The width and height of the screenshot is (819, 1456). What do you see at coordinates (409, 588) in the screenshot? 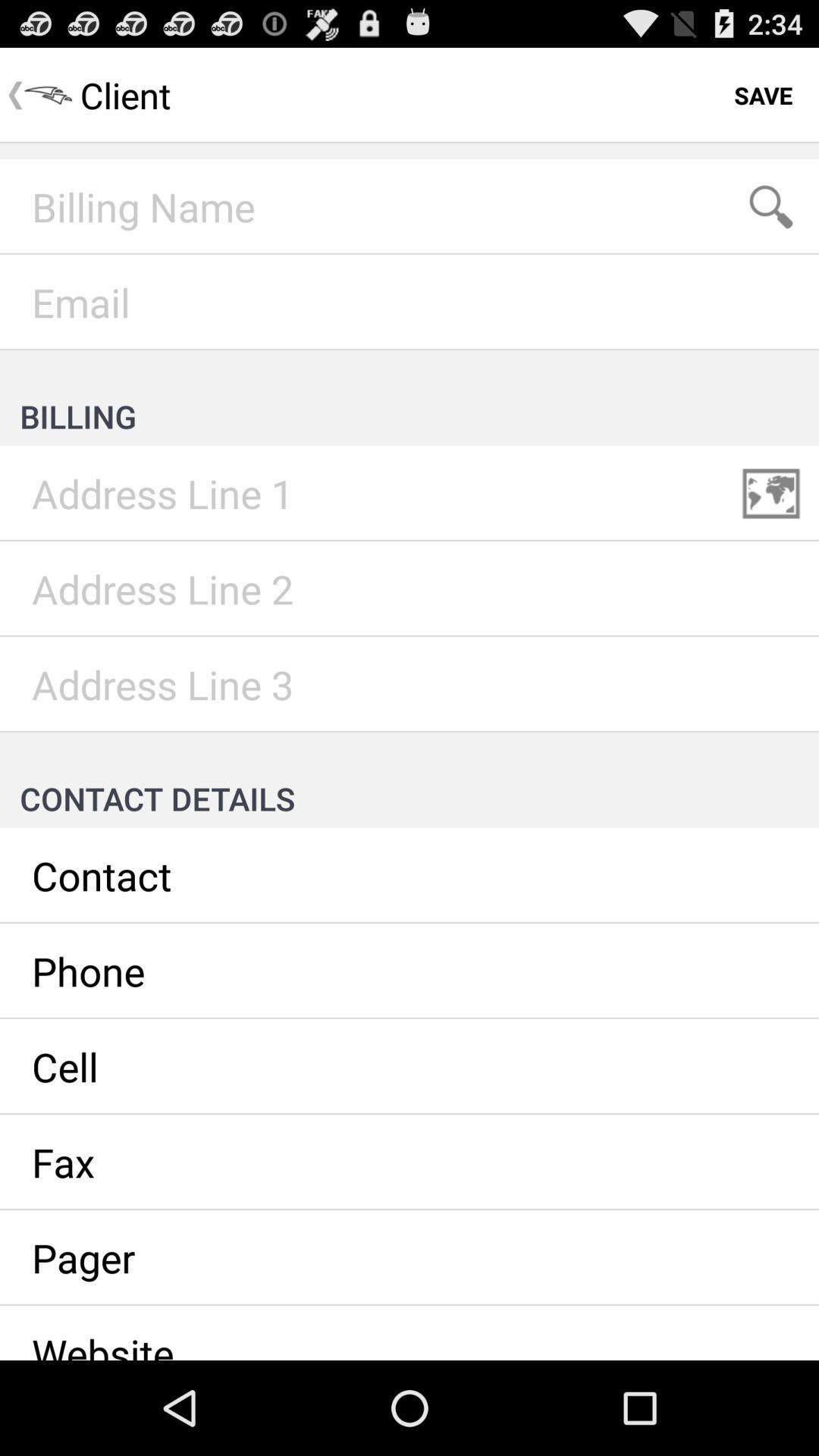
I see `insert address` at bounding box center [409, 588].